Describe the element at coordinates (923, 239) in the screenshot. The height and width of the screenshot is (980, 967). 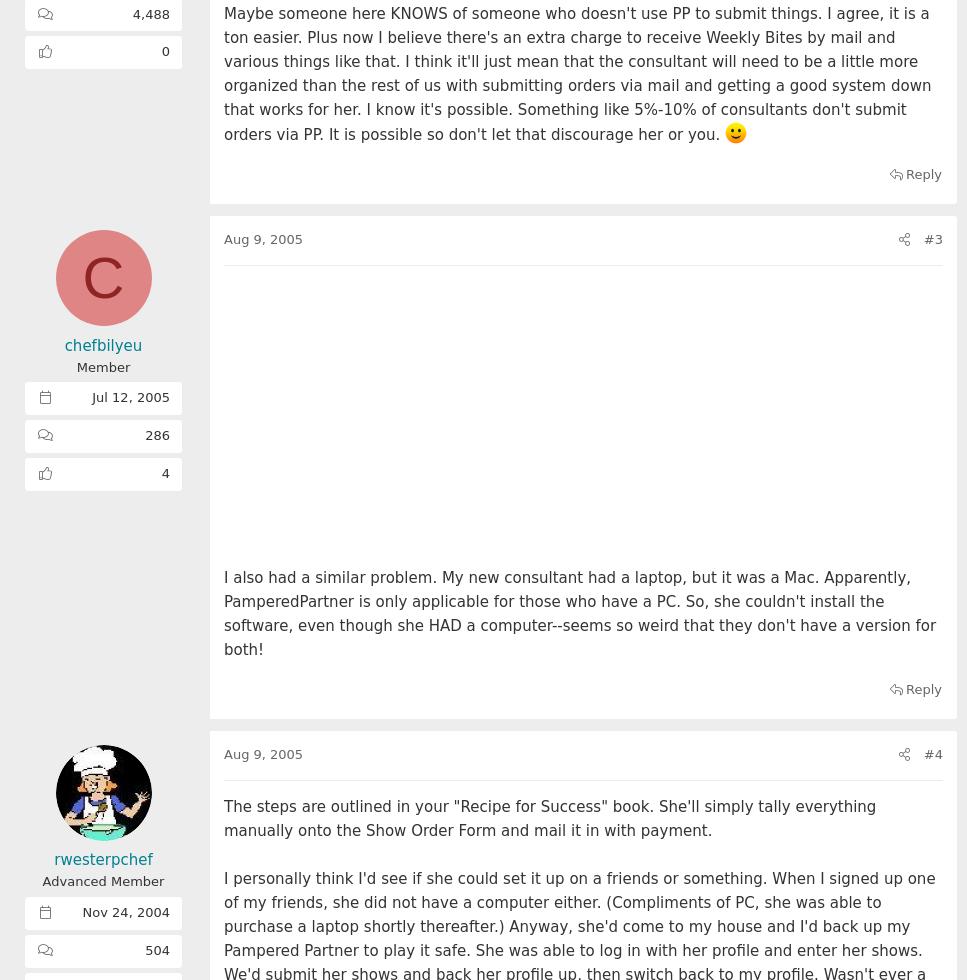
I see `'#3'` at that location.